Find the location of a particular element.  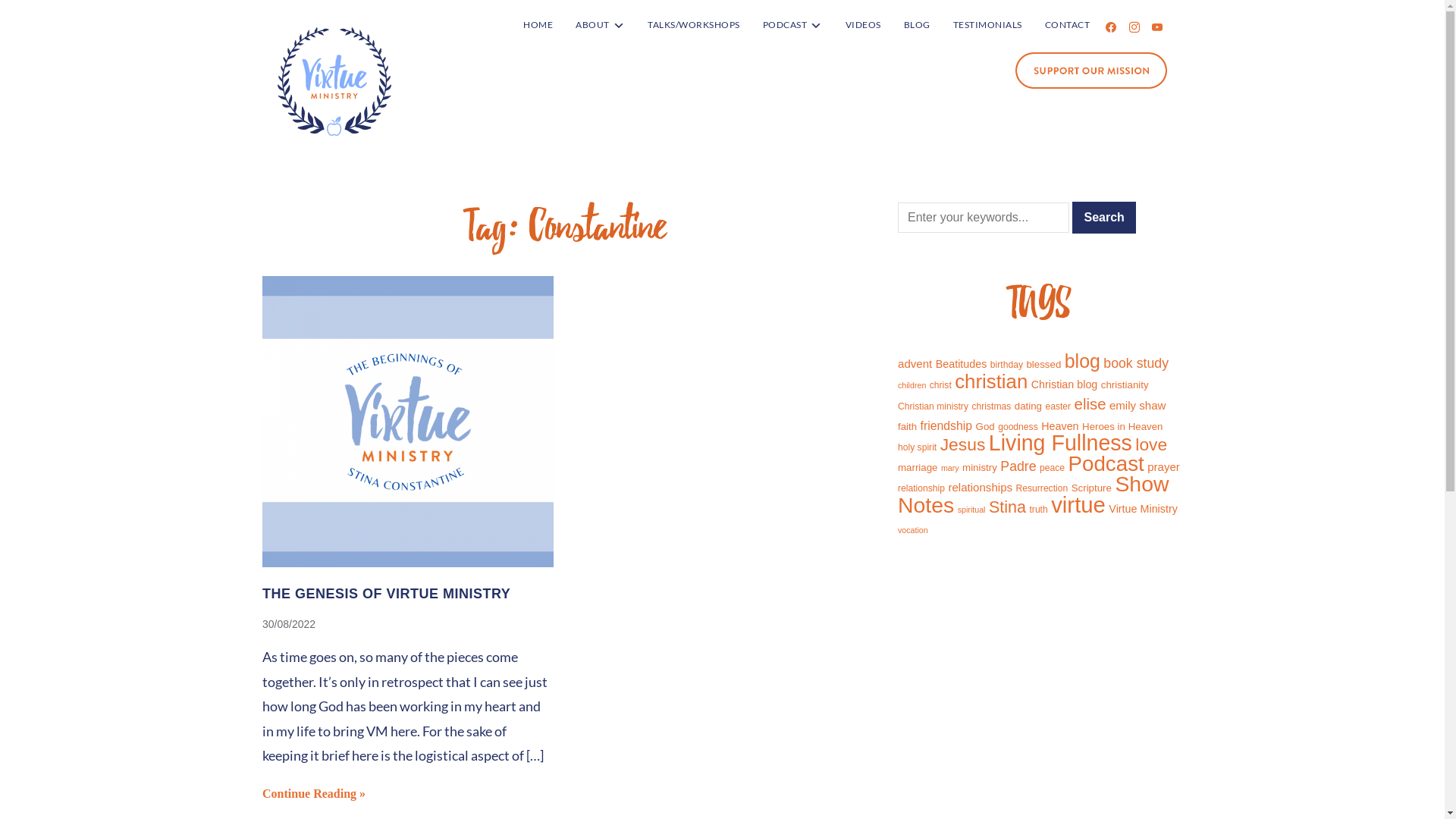

'christian' is located at coordinates (990, 380).